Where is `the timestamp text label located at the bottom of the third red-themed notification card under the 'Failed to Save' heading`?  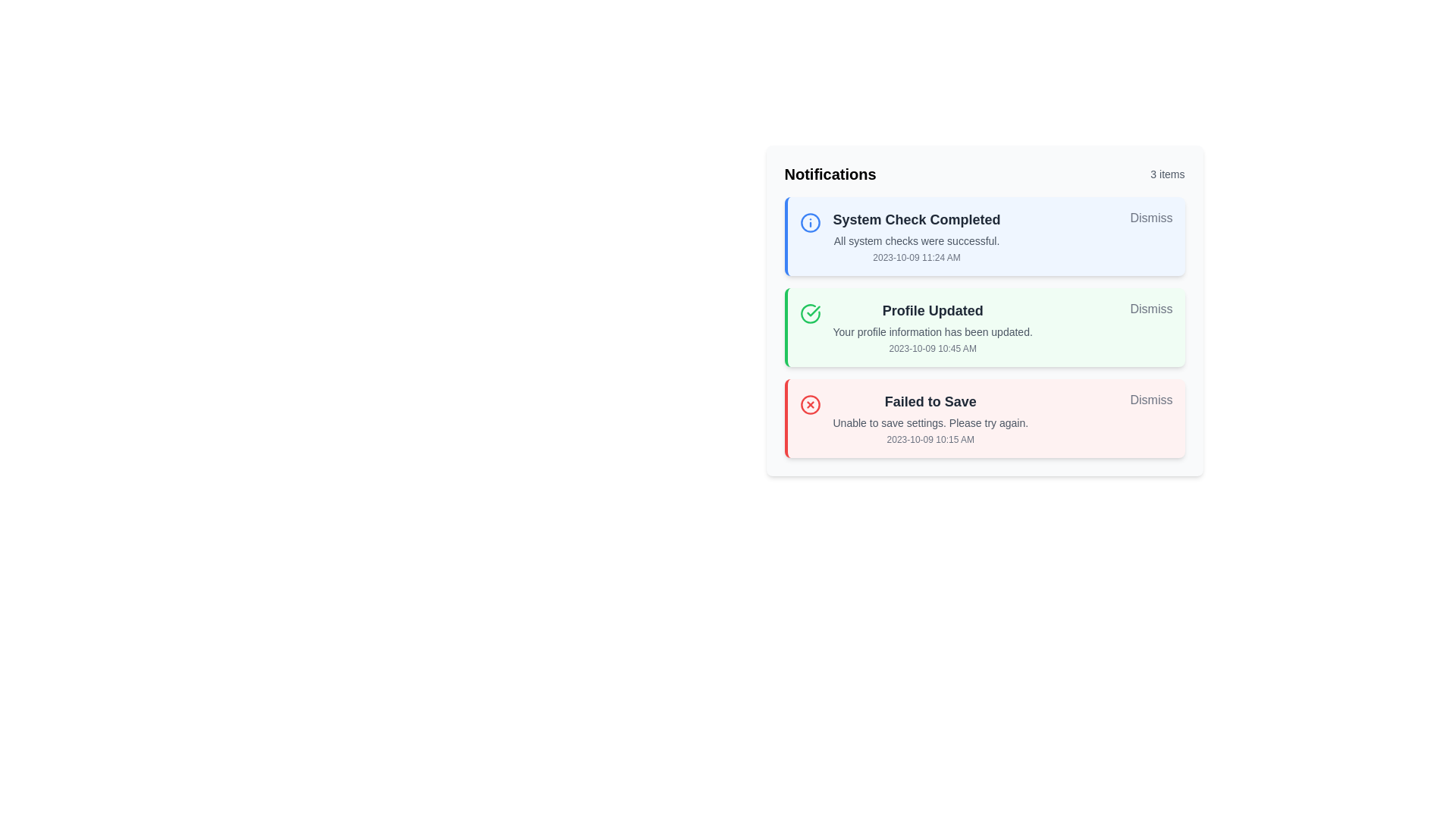
the timestamp text label located at the bottom of the third red-themed notification card under the 'Failed to Save' heading is located at coordinates (930, 439).